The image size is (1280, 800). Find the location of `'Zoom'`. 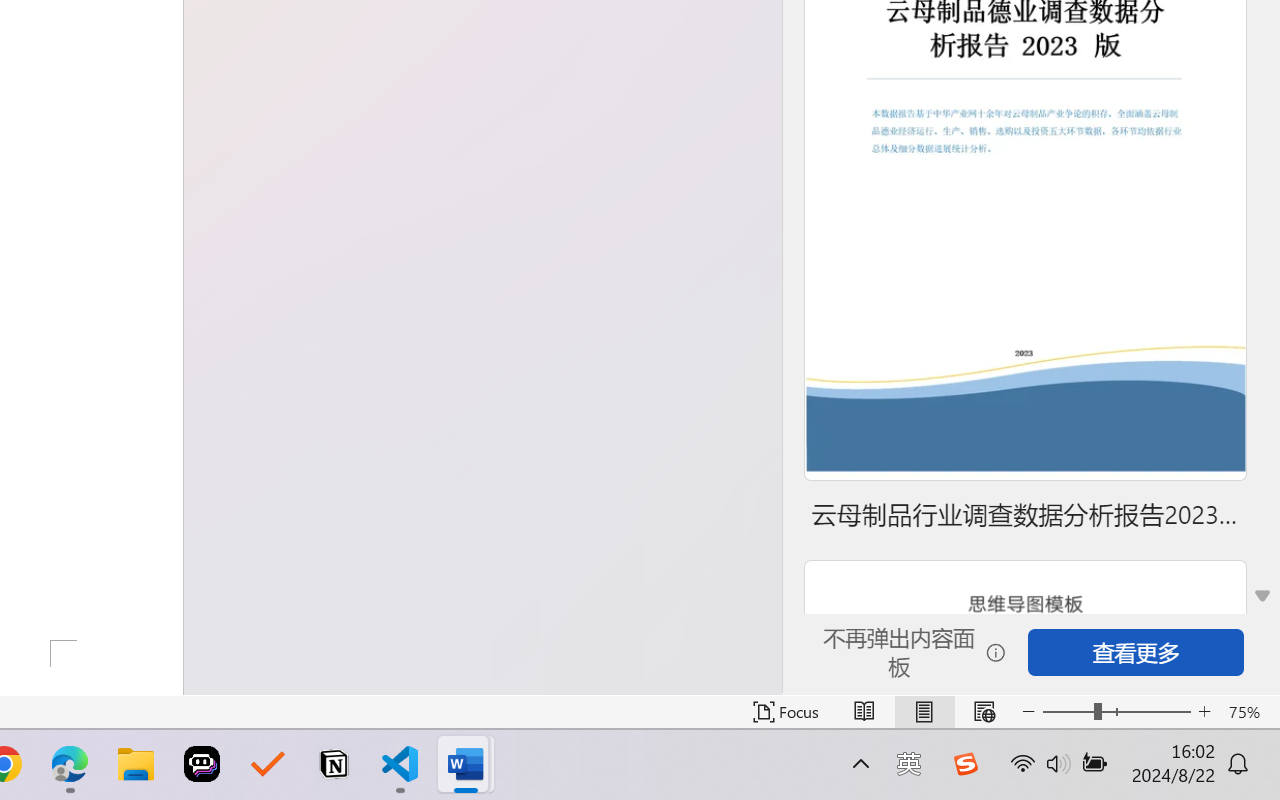

'Zoom' is located at coordinates (1115, 711).